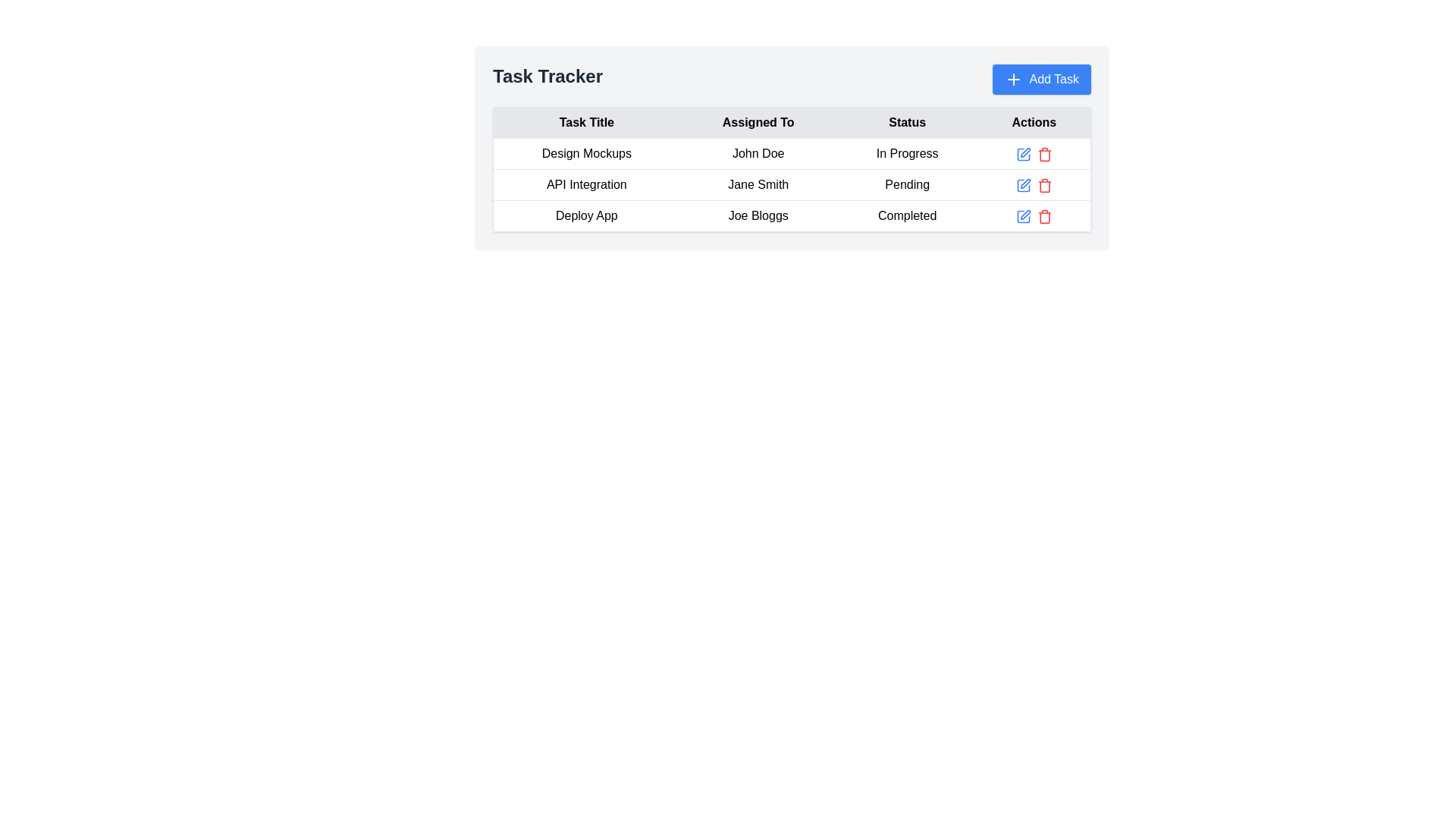  Describe the element at coordinates (1043, 154) in the screenshot. I see `keyboard navigation` at that location.